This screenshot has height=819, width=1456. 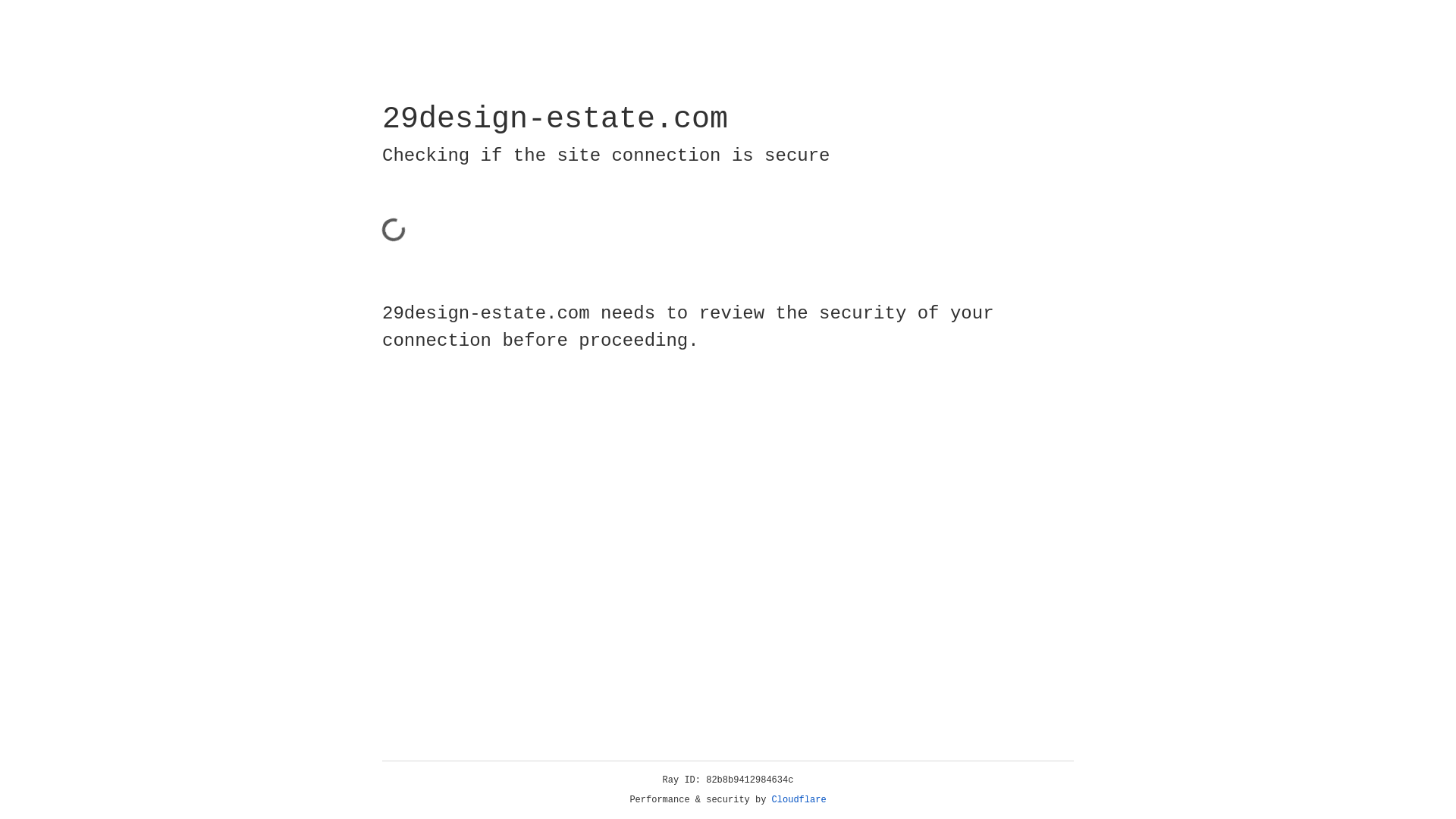 I want to click on 'Cloudflare', so click(x=771, y=799).